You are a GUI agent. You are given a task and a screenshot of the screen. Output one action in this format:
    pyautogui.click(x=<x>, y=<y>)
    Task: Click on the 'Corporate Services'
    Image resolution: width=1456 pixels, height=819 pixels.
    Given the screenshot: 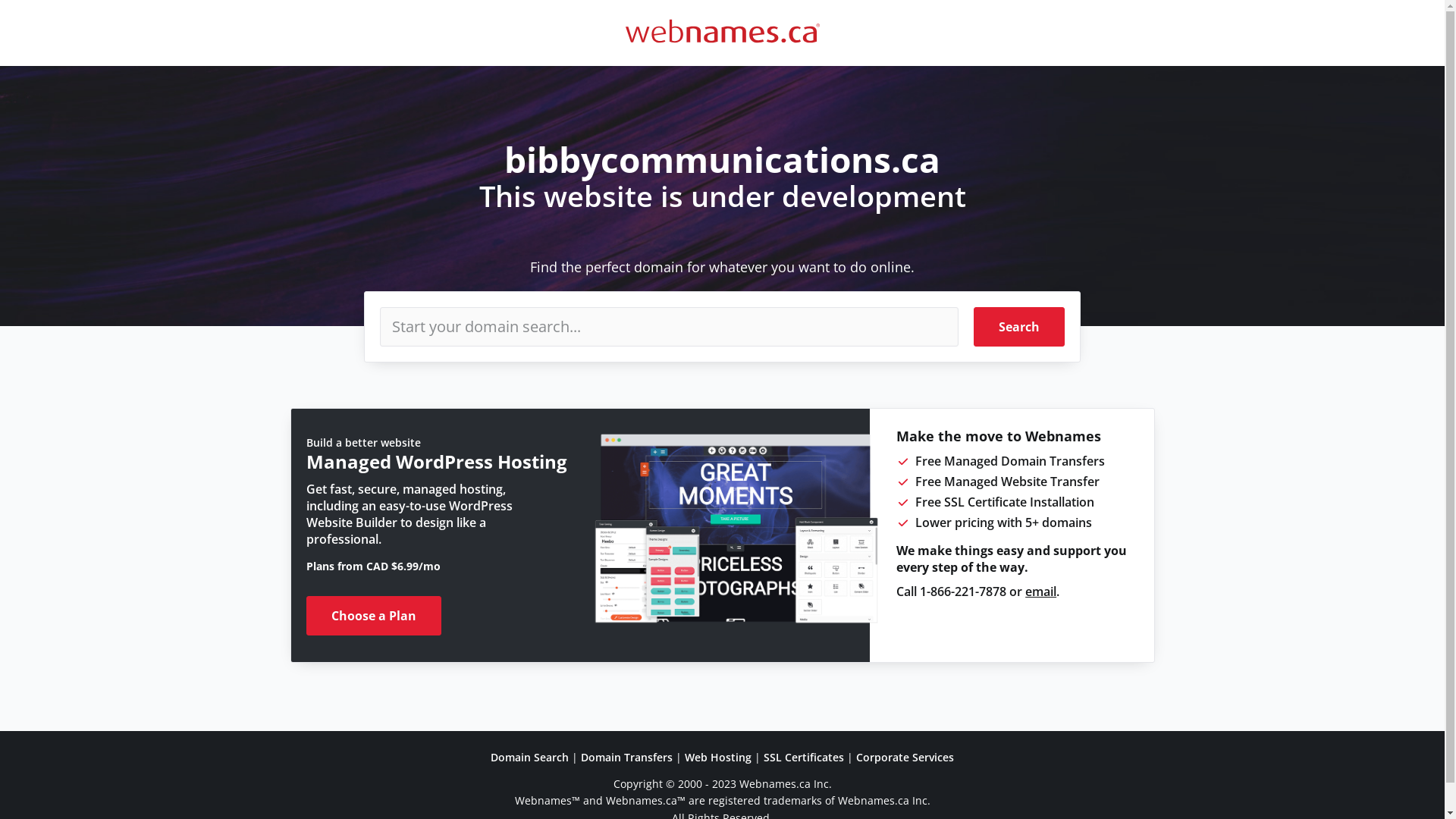 What is the action you would take?
    pyautogui.click(x=855, y=757)
    